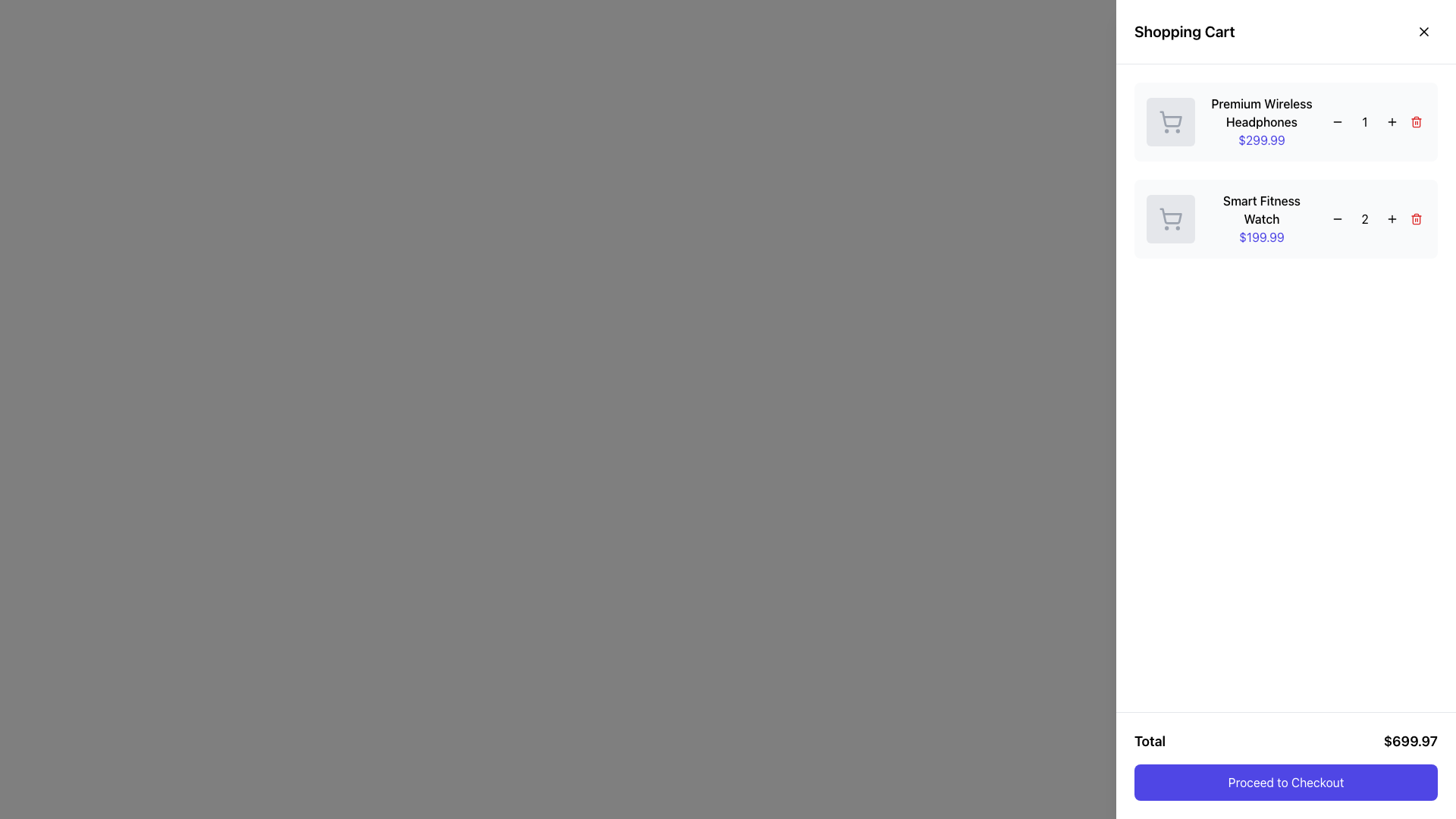 The image size is (1456, 819). What do you see at coordinates (1337, 219) in the screenshot?
I see `the small interactive button with a minus icon located to the left of the quantity indicator '2' for the 'Smart Fitness Watch' item in the shopping cart interface` at bounding box center [1337, 219].